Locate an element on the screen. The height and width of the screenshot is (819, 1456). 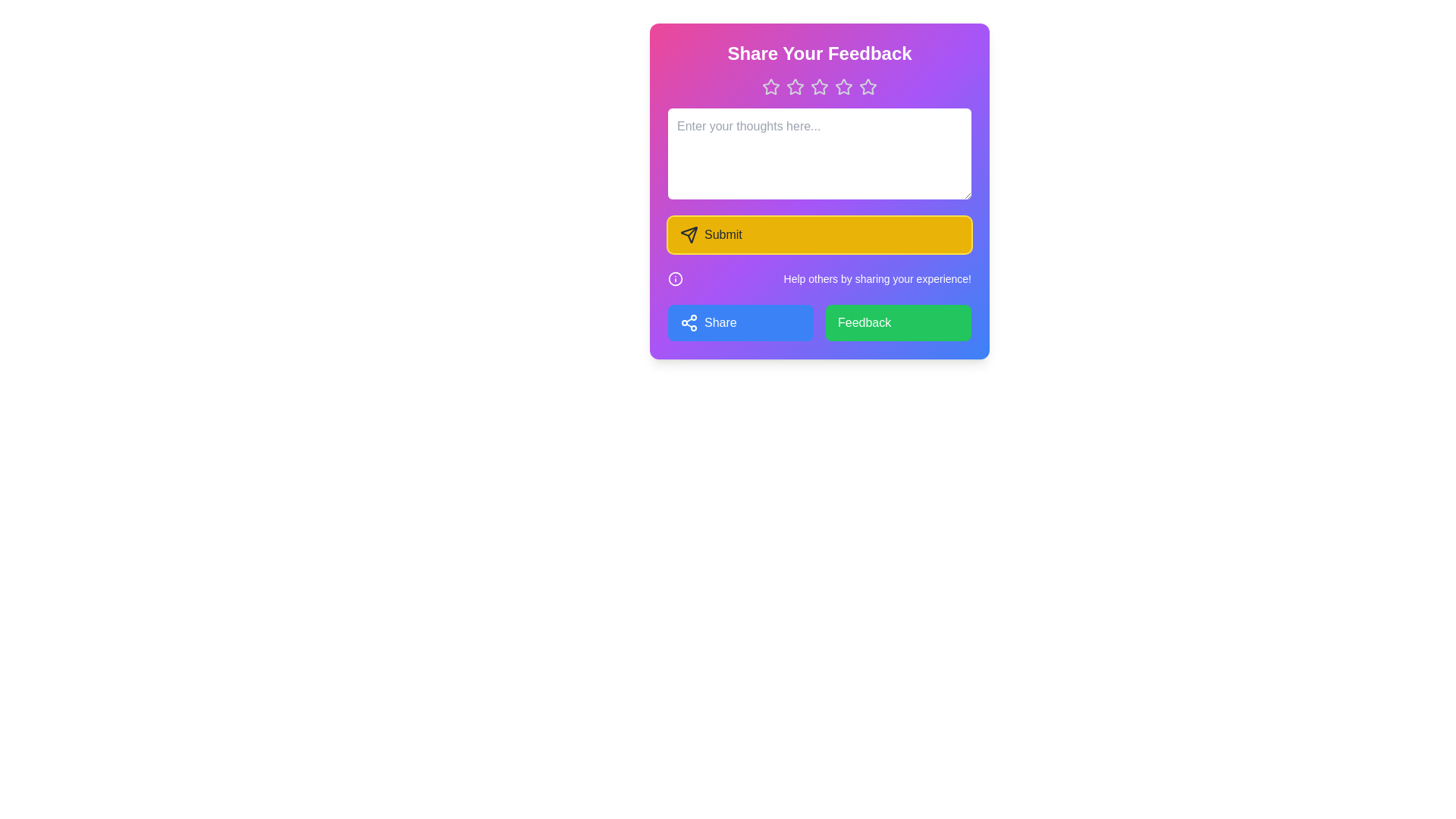
the third star-shaped rating icon with a purple fill and white border, located at the top of the feedback form is located at coordinates (818, 86).